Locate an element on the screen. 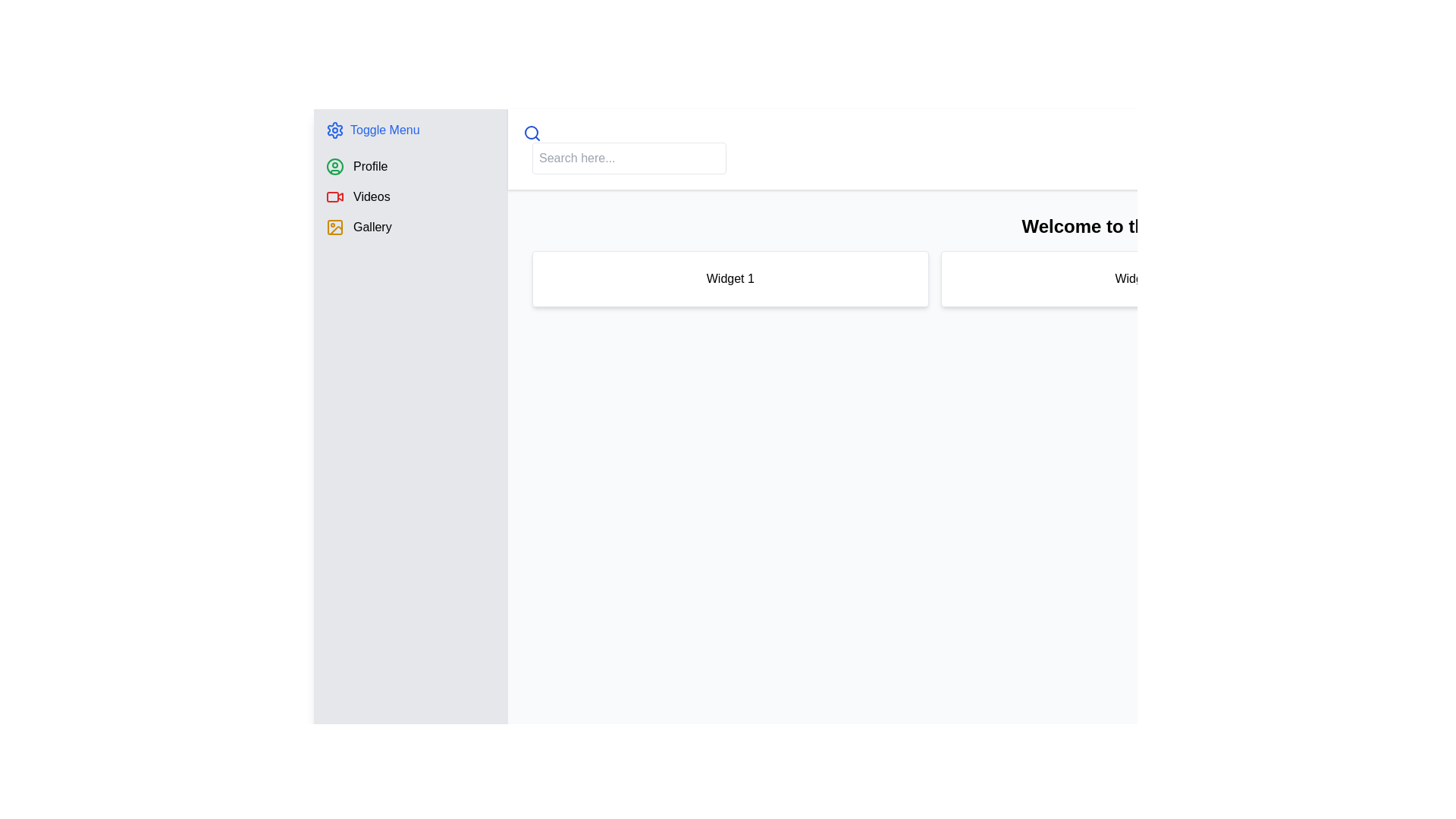 Image resolution: width=1456 pixels, height=819 pixels. the video icon located in the sidebar, to the left of the 'Videos' text label is located at coordinates (340, 195).